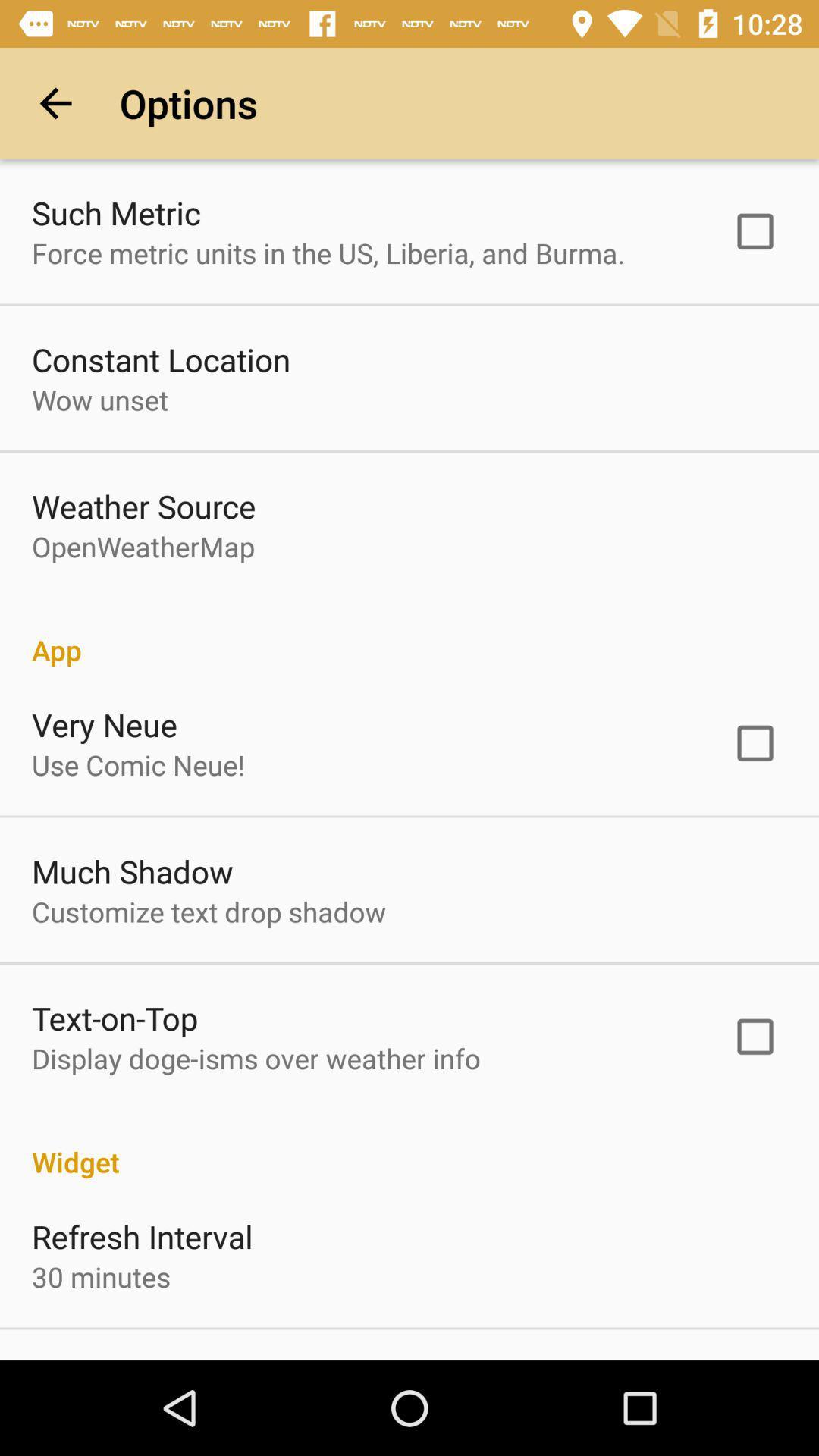 The width and height of the screenshot is (819, 1456). What do you see at coordinates (142, 1236) in the screenshot?
I see `item above the 30 minutes app` at bounding box center [142, 1236].